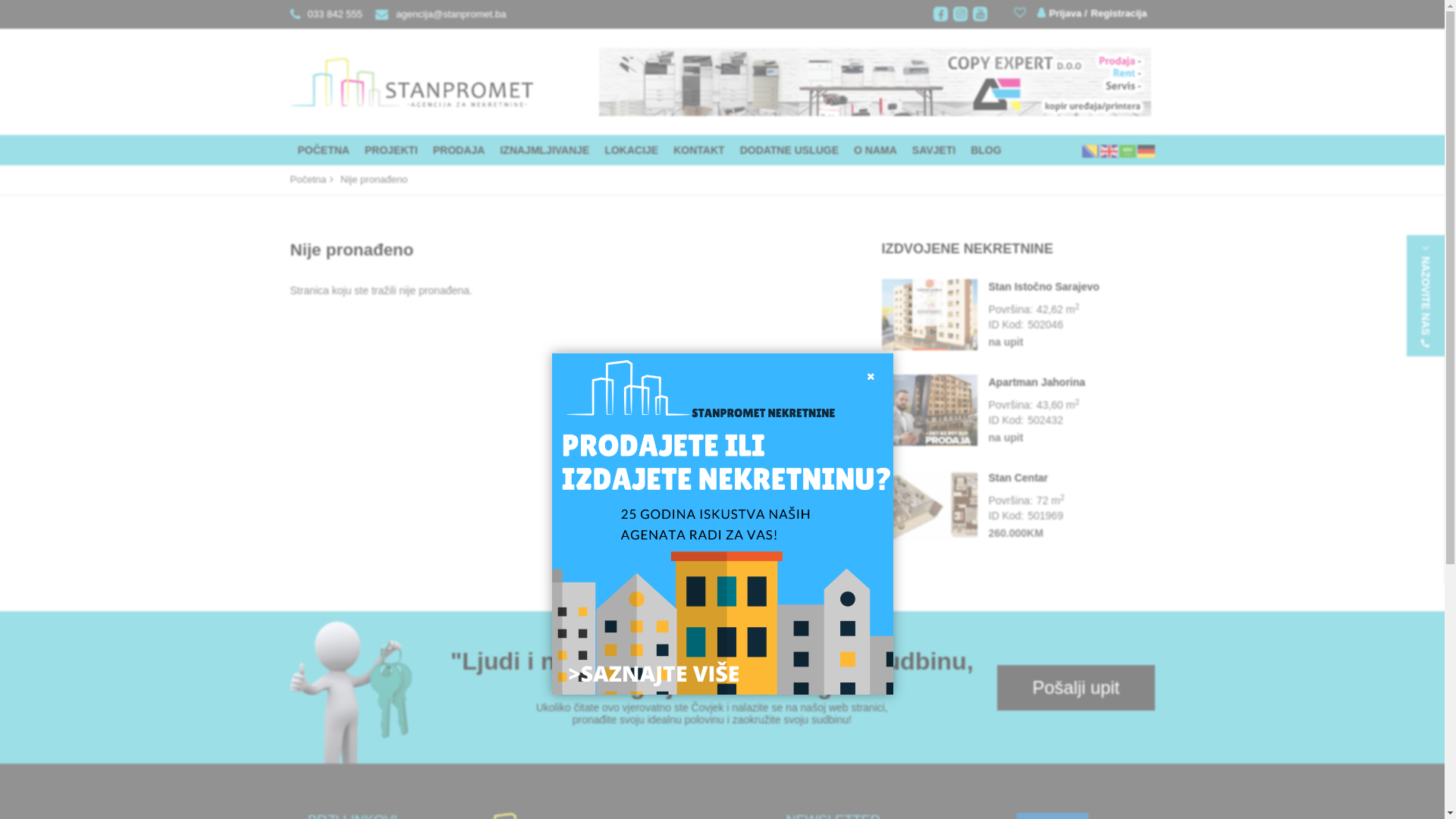  What do you see at coordinates (1037, 13) in the screenshot?
I see `'Prijava'` at bounding box center [1037, 13].